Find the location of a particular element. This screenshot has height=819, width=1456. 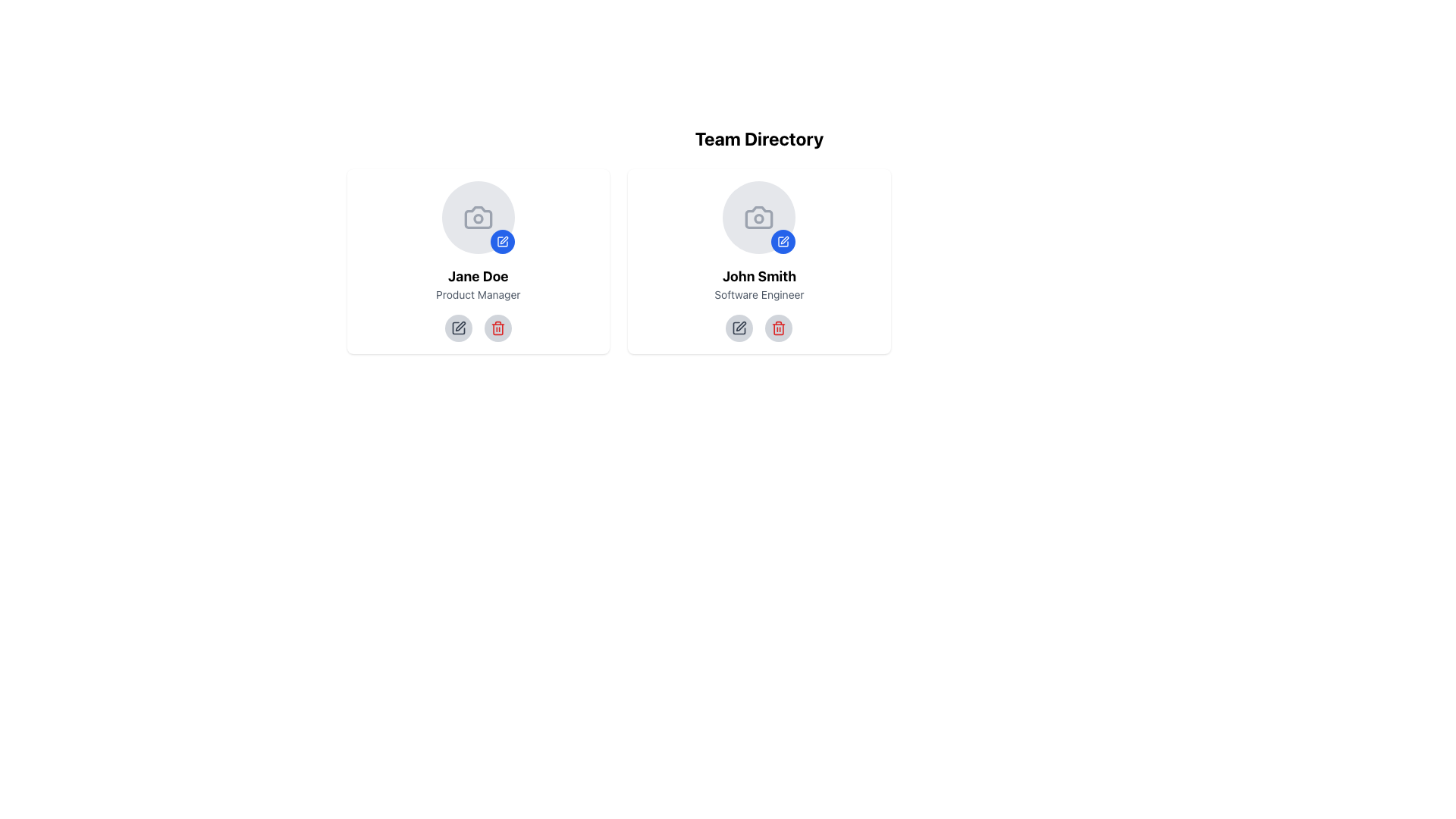

the small, circular, blue button with a white pen icon located at the bottom-right corner of Jane Doe's profile picture area is located at coordinates (502, 241).